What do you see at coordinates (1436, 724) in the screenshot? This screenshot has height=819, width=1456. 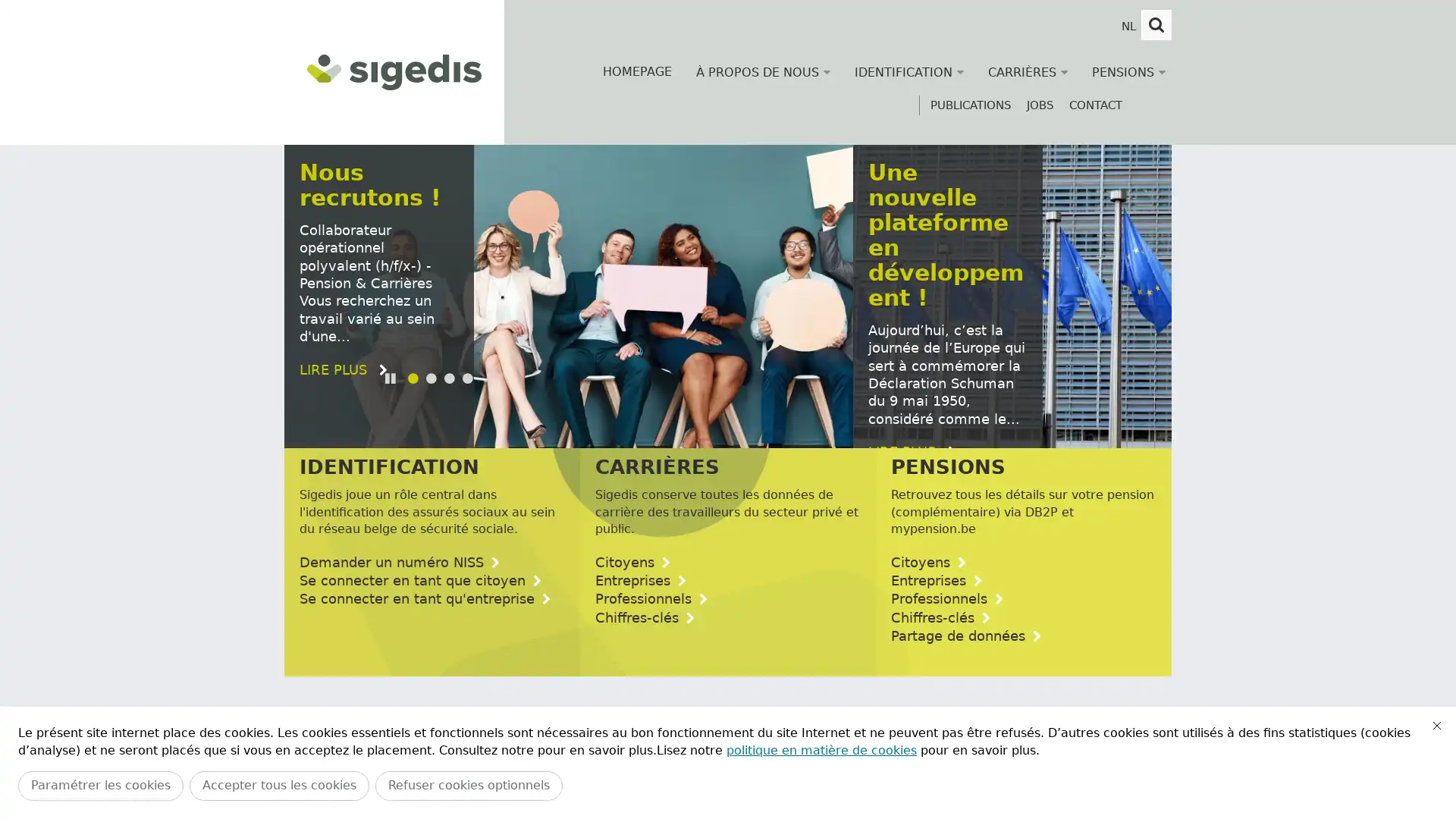 I see `Fermer` at bounding box center [1436, 724].